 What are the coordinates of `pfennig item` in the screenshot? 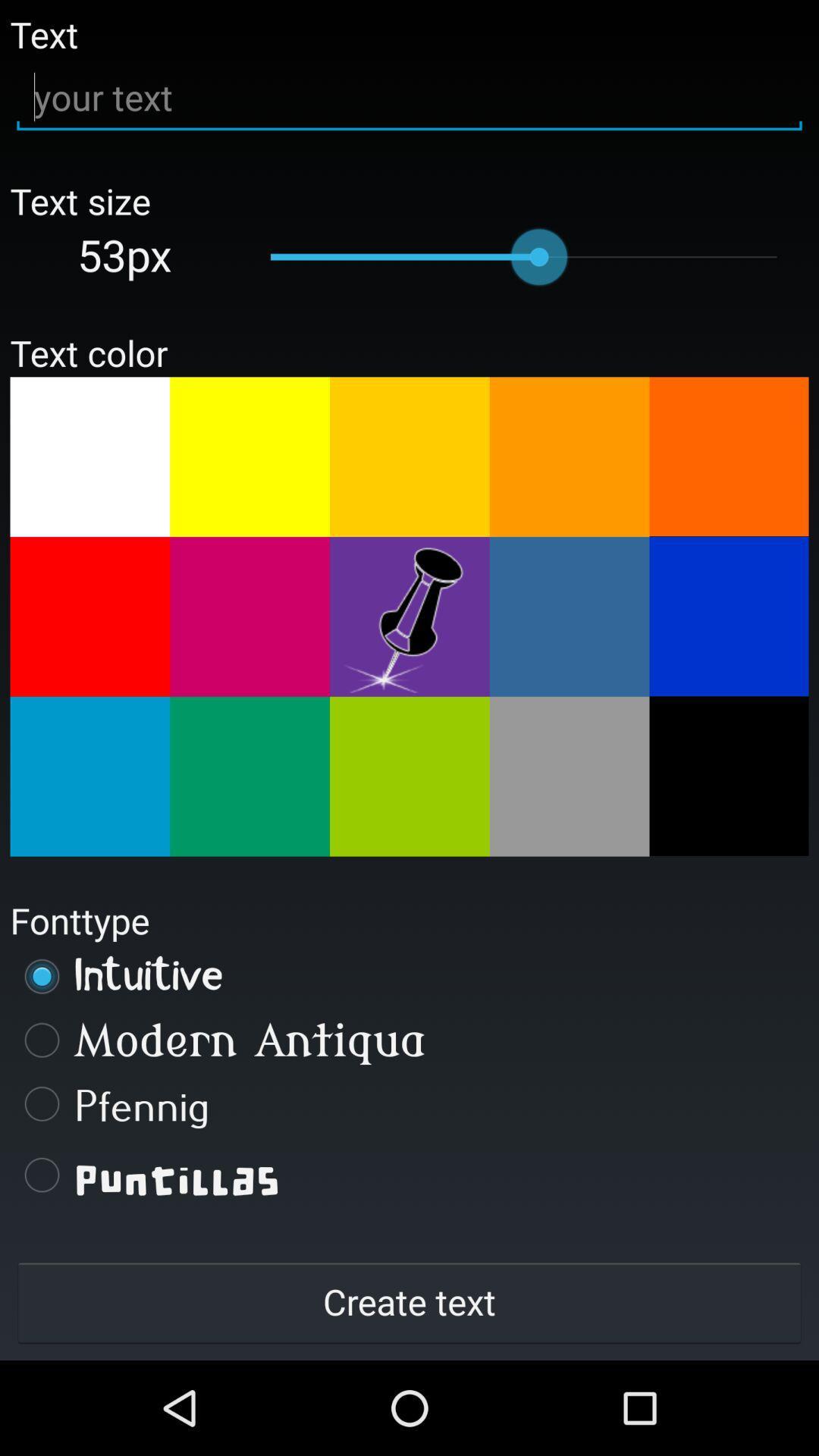 It's located at (409, 1103).